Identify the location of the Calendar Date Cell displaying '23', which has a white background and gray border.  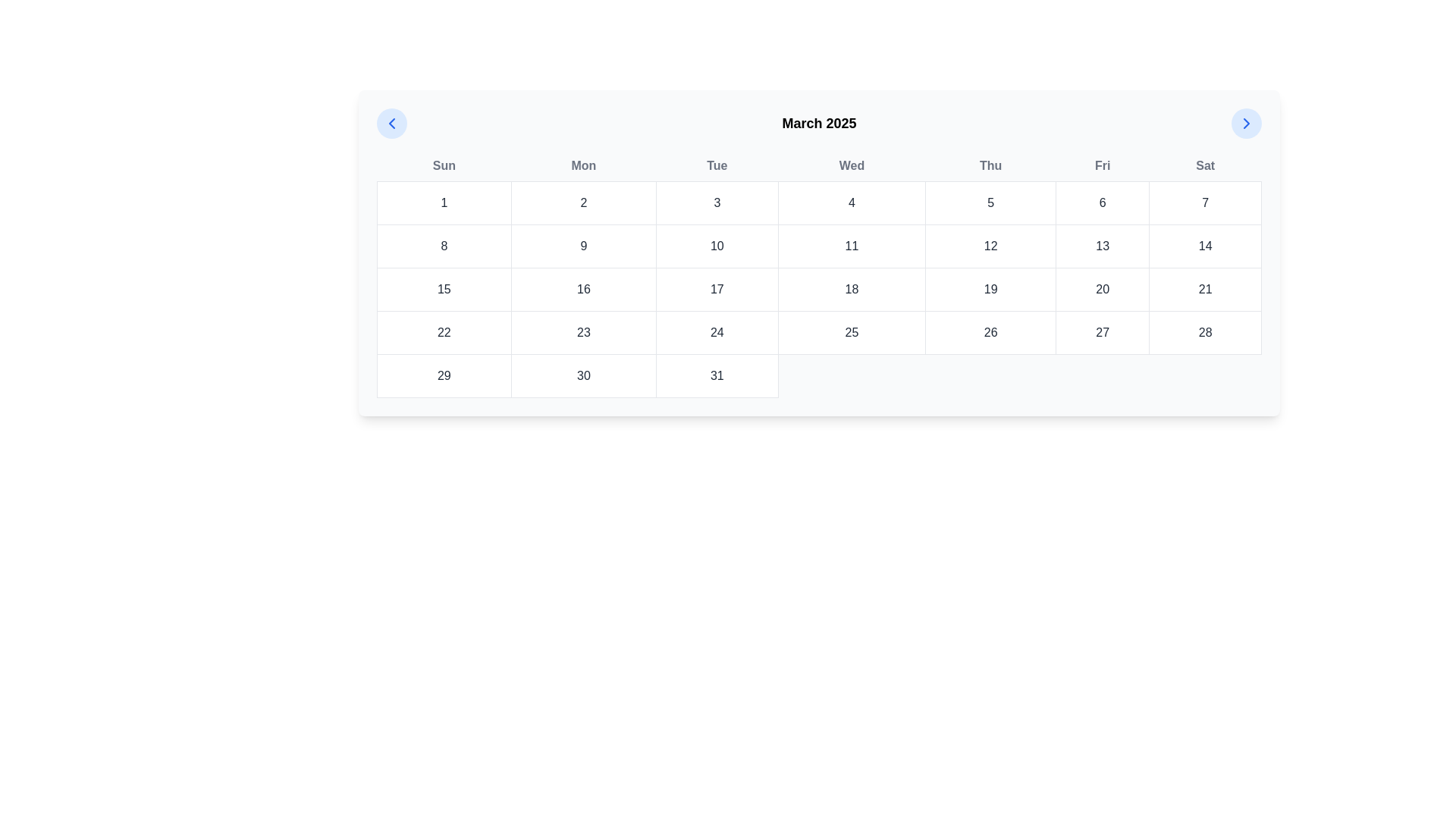
(582, 332).